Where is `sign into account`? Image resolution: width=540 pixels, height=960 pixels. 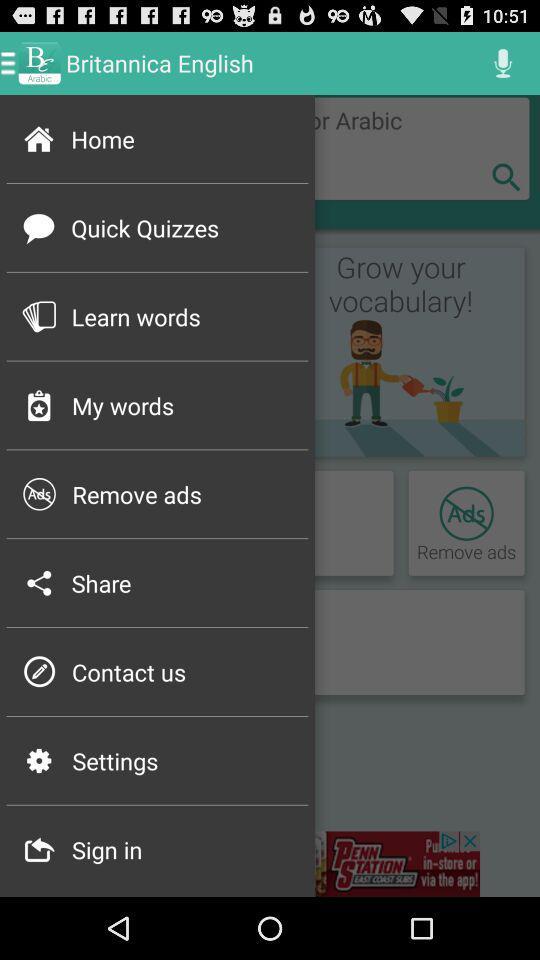
sign into account is located at coordinates (270, 863).